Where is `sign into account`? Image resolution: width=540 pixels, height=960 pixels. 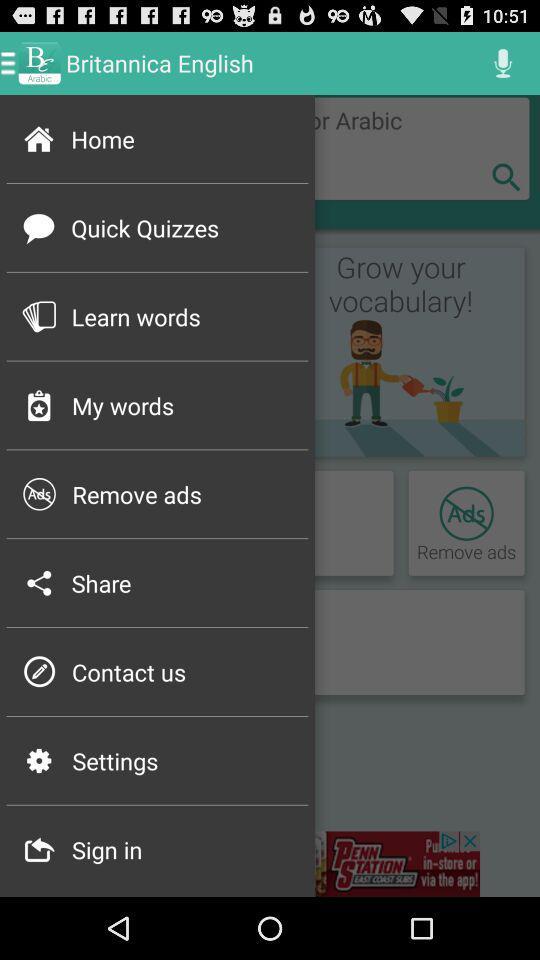
sign into account is located at coordinates (270, 863).